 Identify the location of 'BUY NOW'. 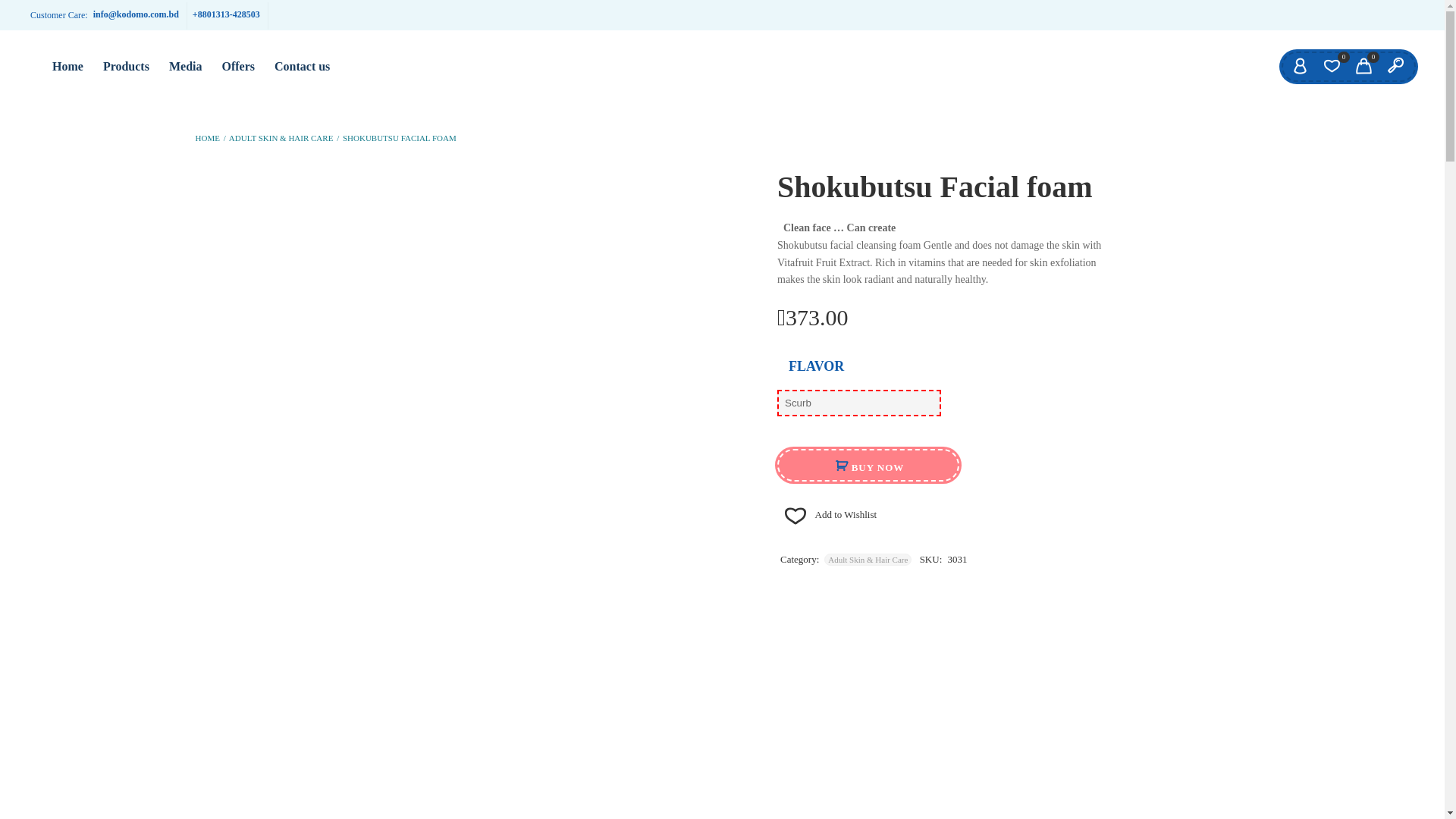
(868, 464).